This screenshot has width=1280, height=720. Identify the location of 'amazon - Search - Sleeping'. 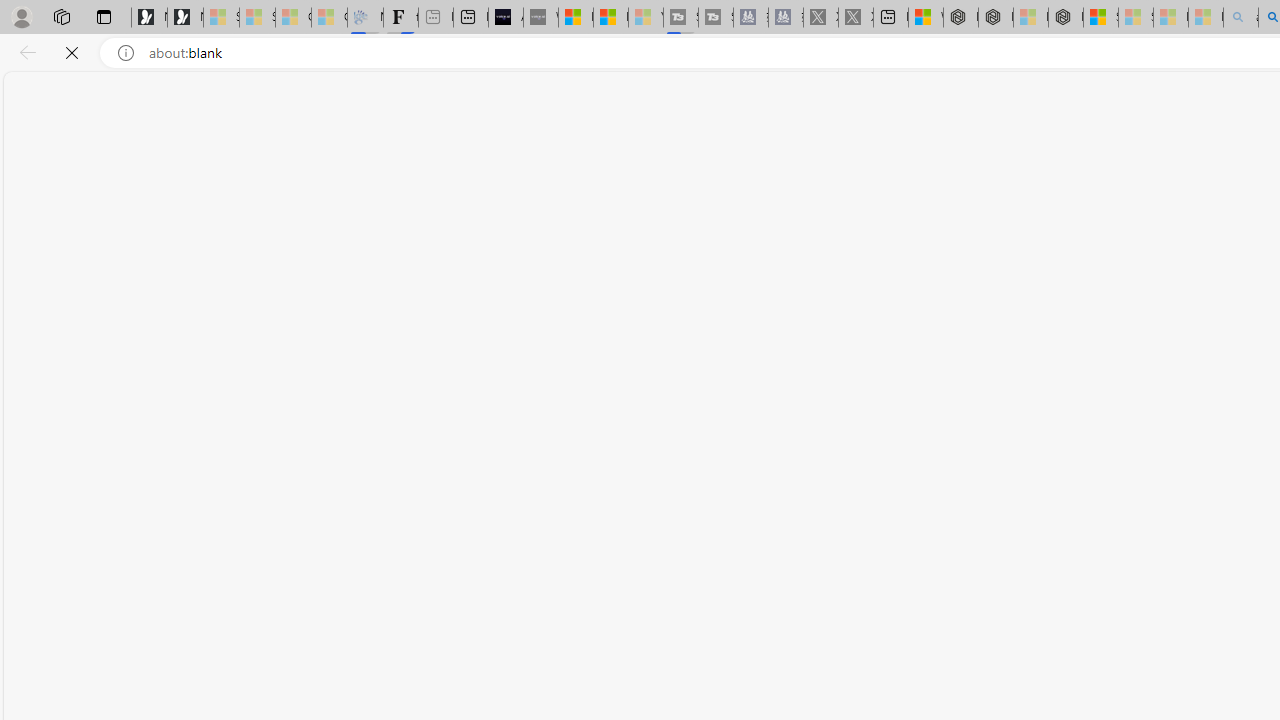
(1239, 17).